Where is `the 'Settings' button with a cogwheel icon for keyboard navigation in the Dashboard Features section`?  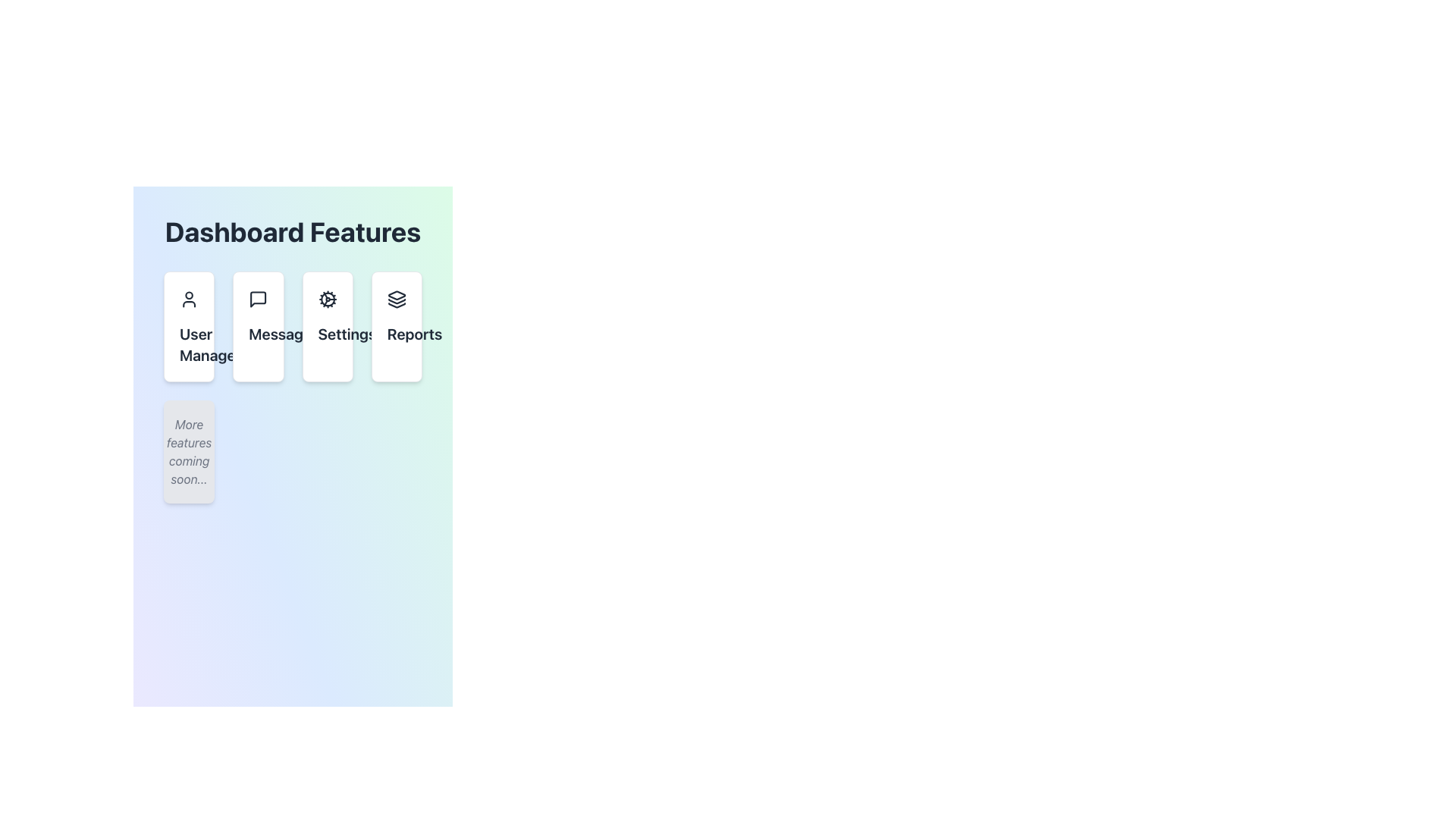 the 'Settings' button with a cogwheel icon for keyboard navigation in the Dashboard Features section is located at coordinates (327, 326).